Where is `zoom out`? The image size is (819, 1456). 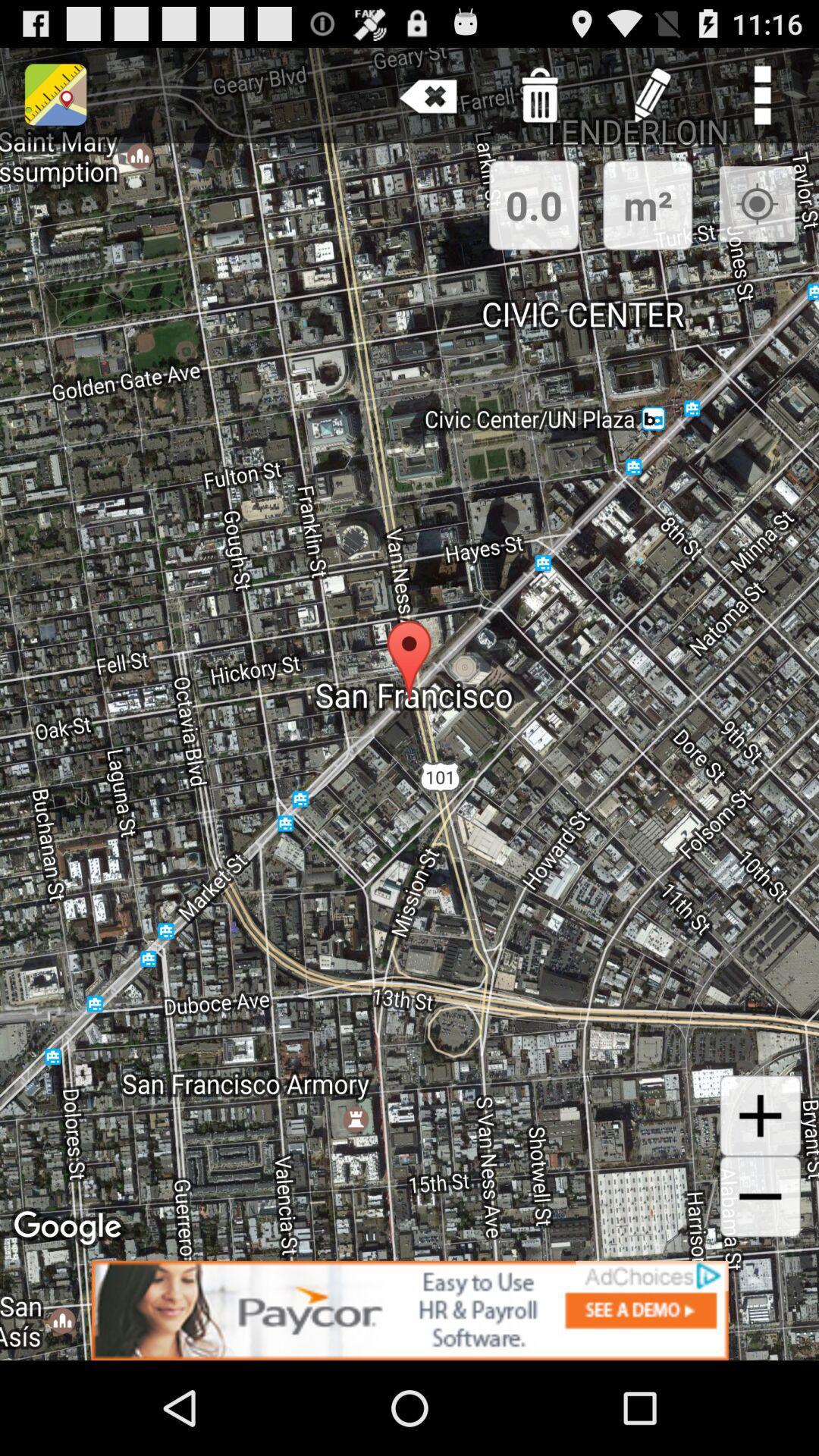
zoom out is located at coordinates (760, 1196).